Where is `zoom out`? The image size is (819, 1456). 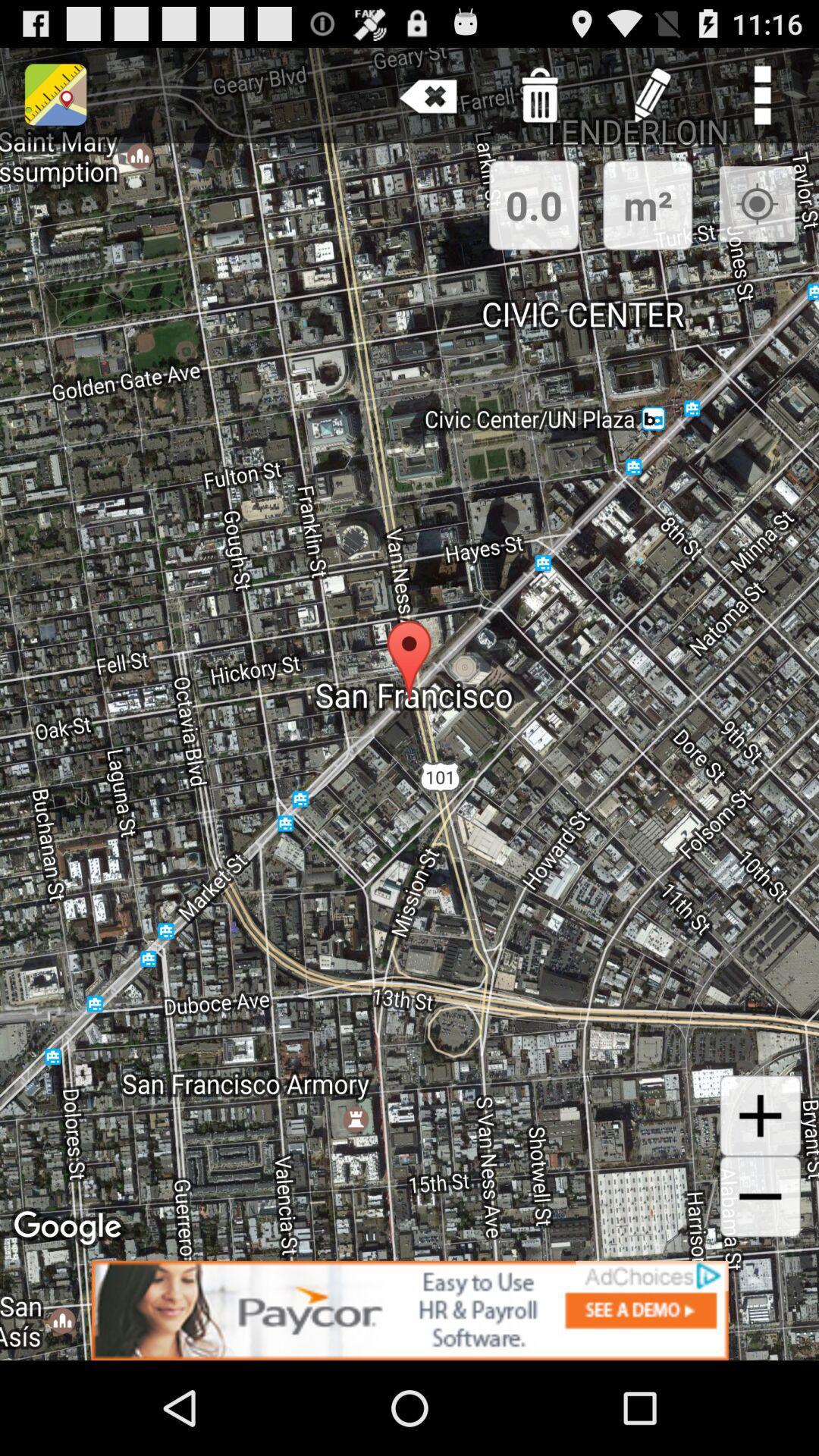
zoom out is located at coordinates (760, 1196).